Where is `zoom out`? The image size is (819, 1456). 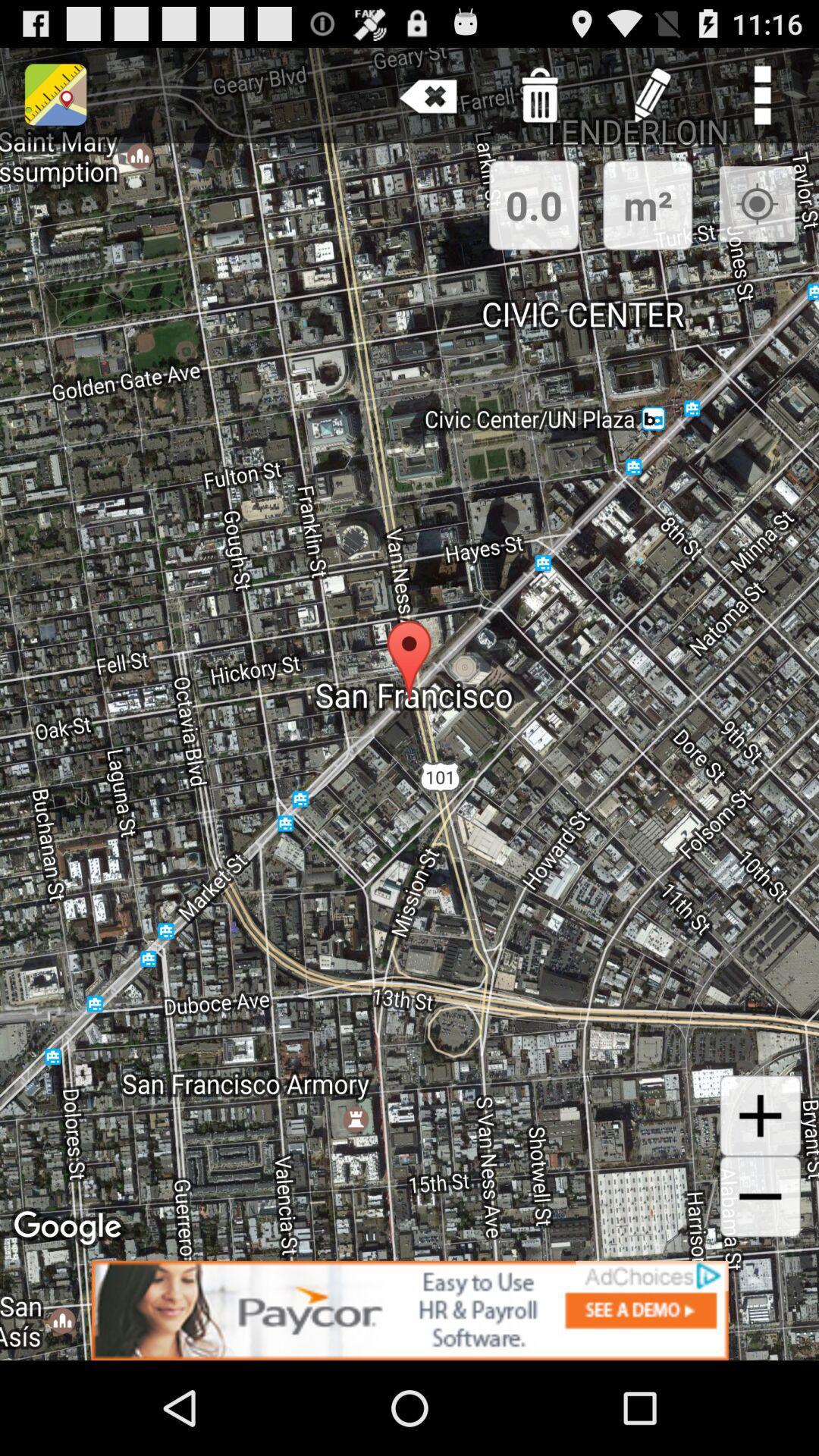
zoom out is located at coordinates (760, 1196).